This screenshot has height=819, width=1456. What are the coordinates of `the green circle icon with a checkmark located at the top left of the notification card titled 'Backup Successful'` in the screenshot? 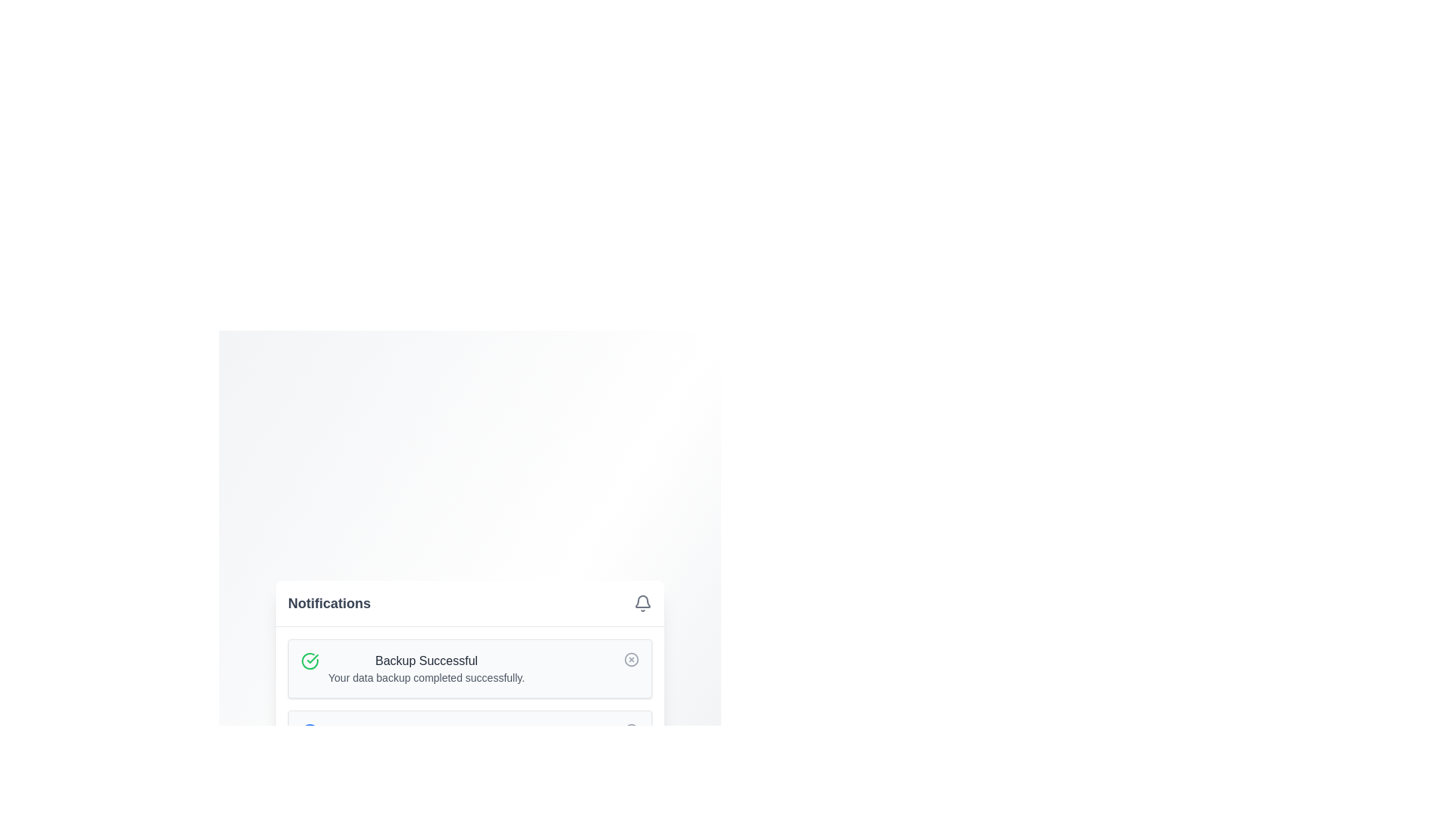 It's located at (309, 660).